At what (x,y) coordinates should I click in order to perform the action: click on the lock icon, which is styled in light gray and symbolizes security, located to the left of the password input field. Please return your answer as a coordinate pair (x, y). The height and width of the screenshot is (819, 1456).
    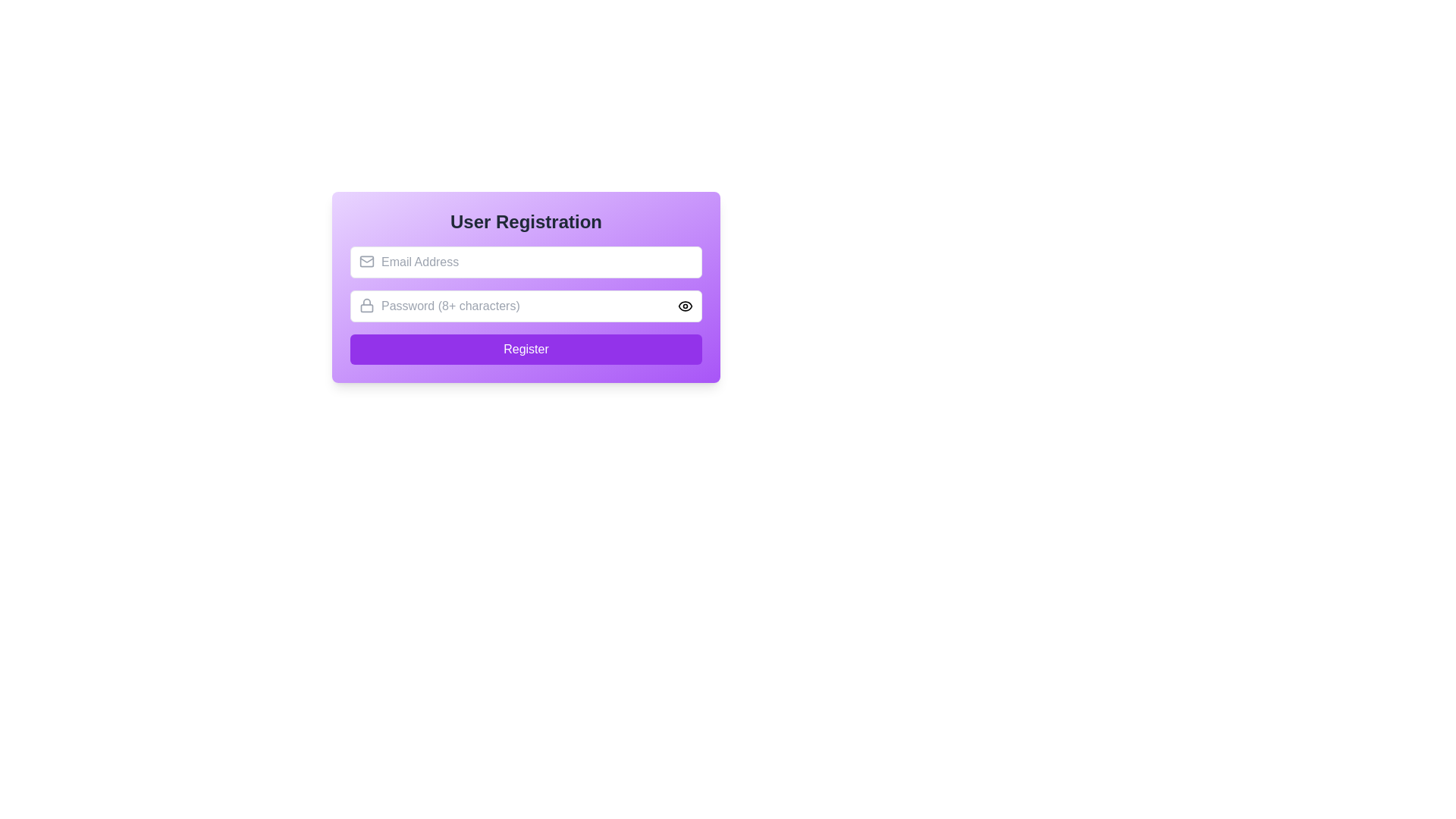
    Looking at the image, I should click on (367, 305).